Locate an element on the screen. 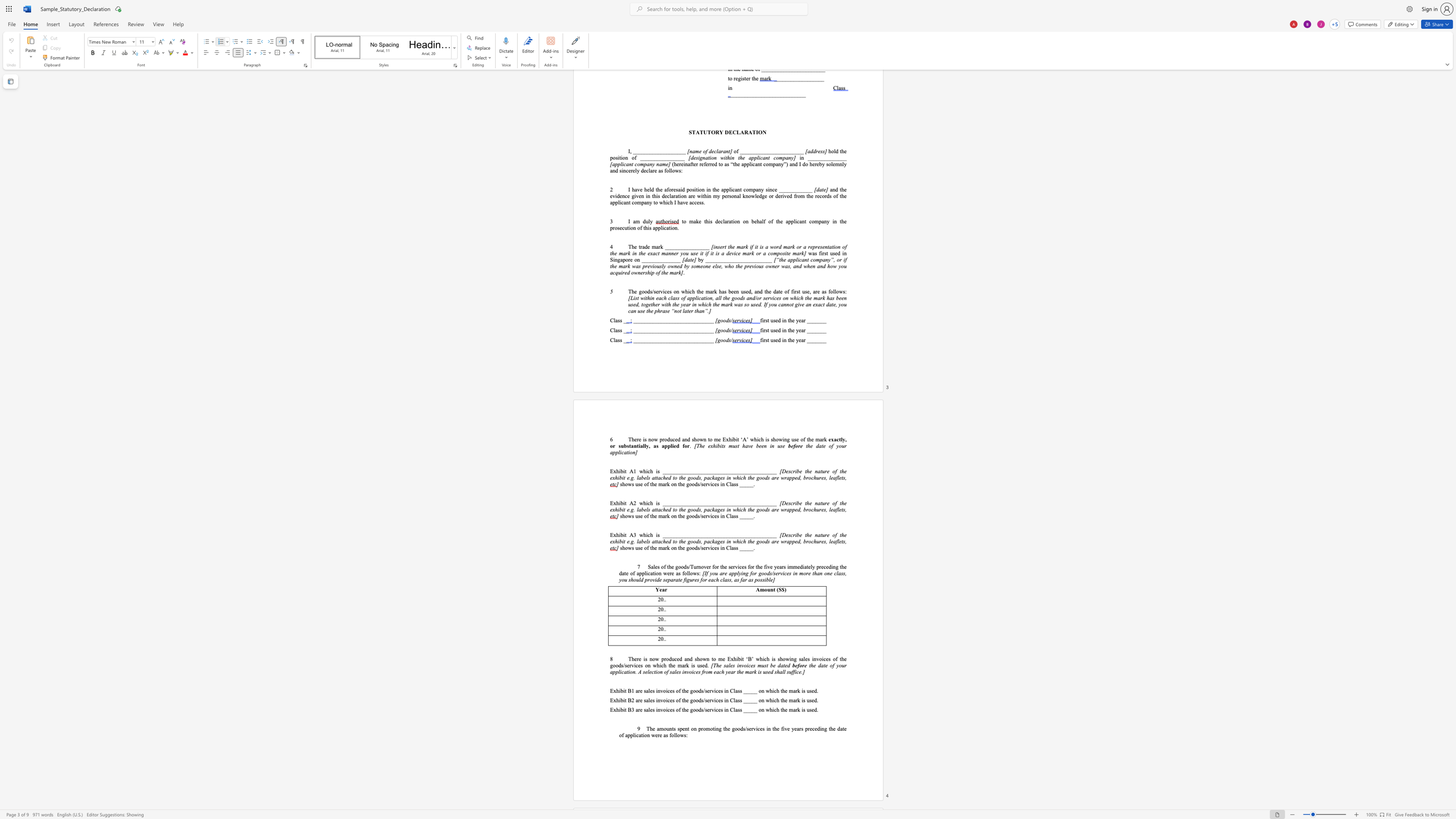 This screenshot has width=1456, height=819. the 1th character "(" in the text is located at coordinates (777, 589).